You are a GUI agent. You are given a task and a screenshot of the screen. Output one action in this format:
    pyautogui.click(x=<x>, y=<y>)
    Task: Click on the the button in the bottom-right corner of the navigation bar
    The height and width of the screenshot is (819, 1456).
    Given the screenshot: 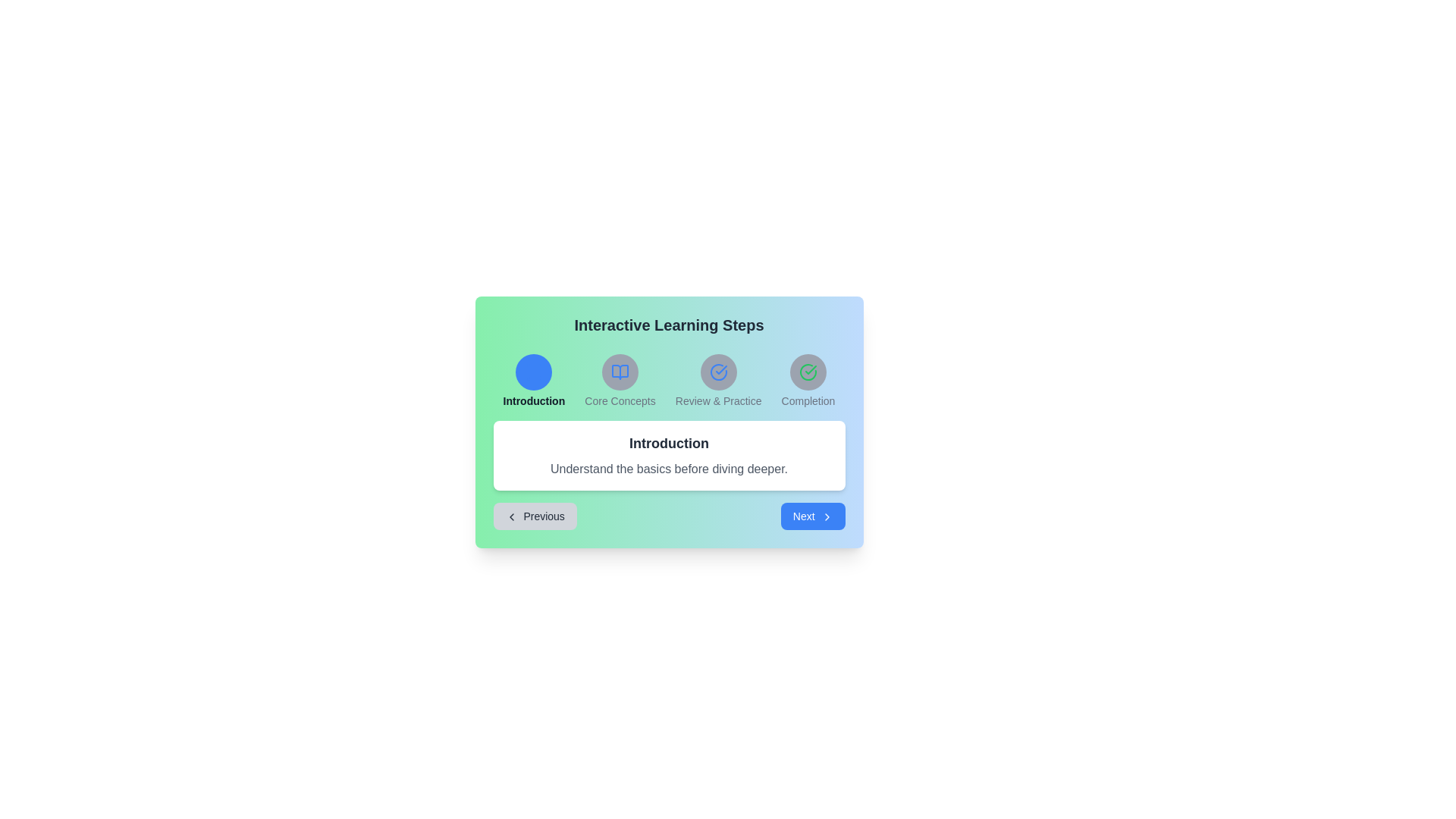 What is the action you would take?
    pyautogui.click(x=812, y=516)
    